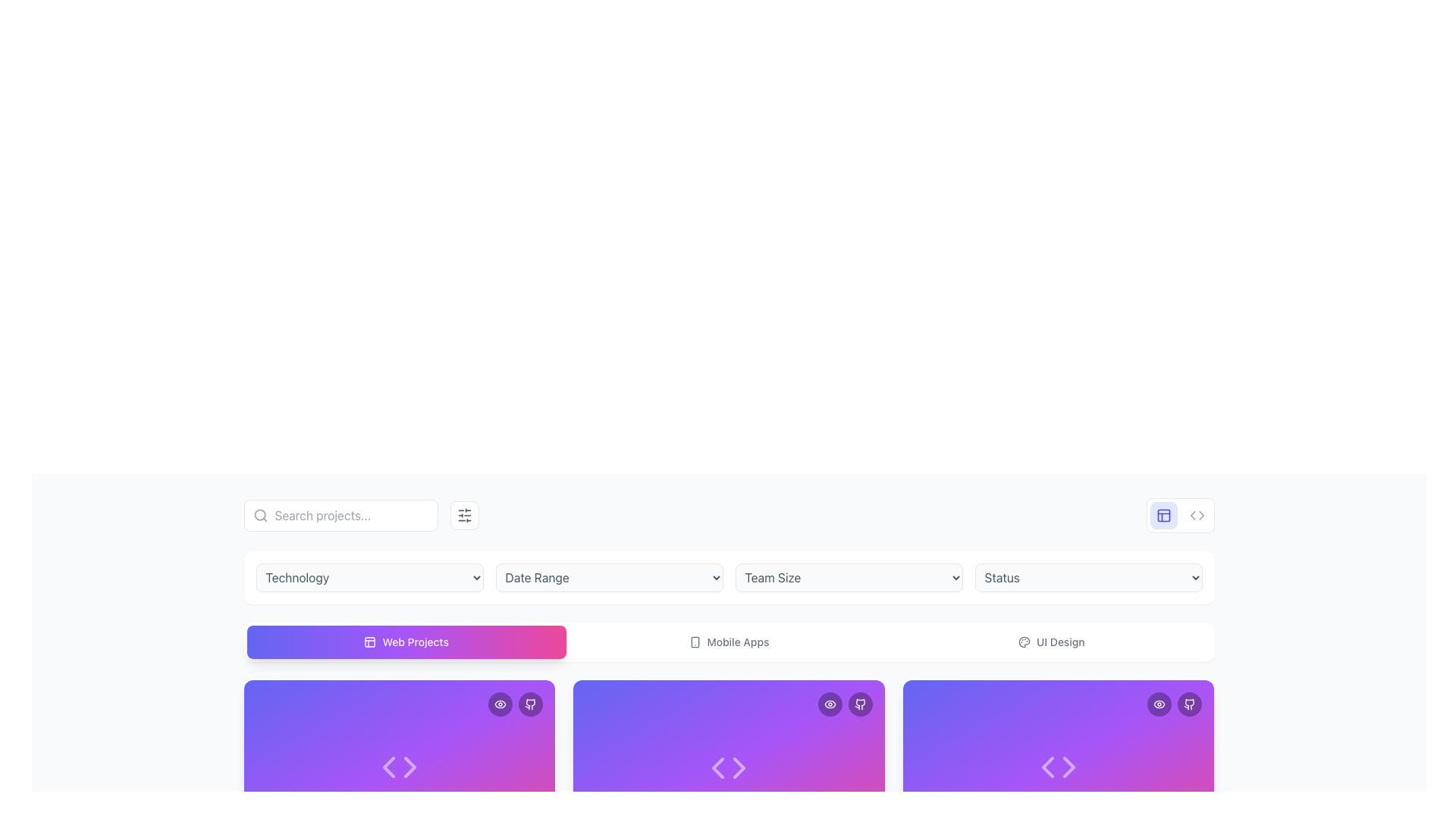 Image resolution: width=1456 pixels, height=819 pixels. Describe the element at coordinates (609, 578) in the screenshot. I see `the 'Date Range' dropdown menu` at that location.